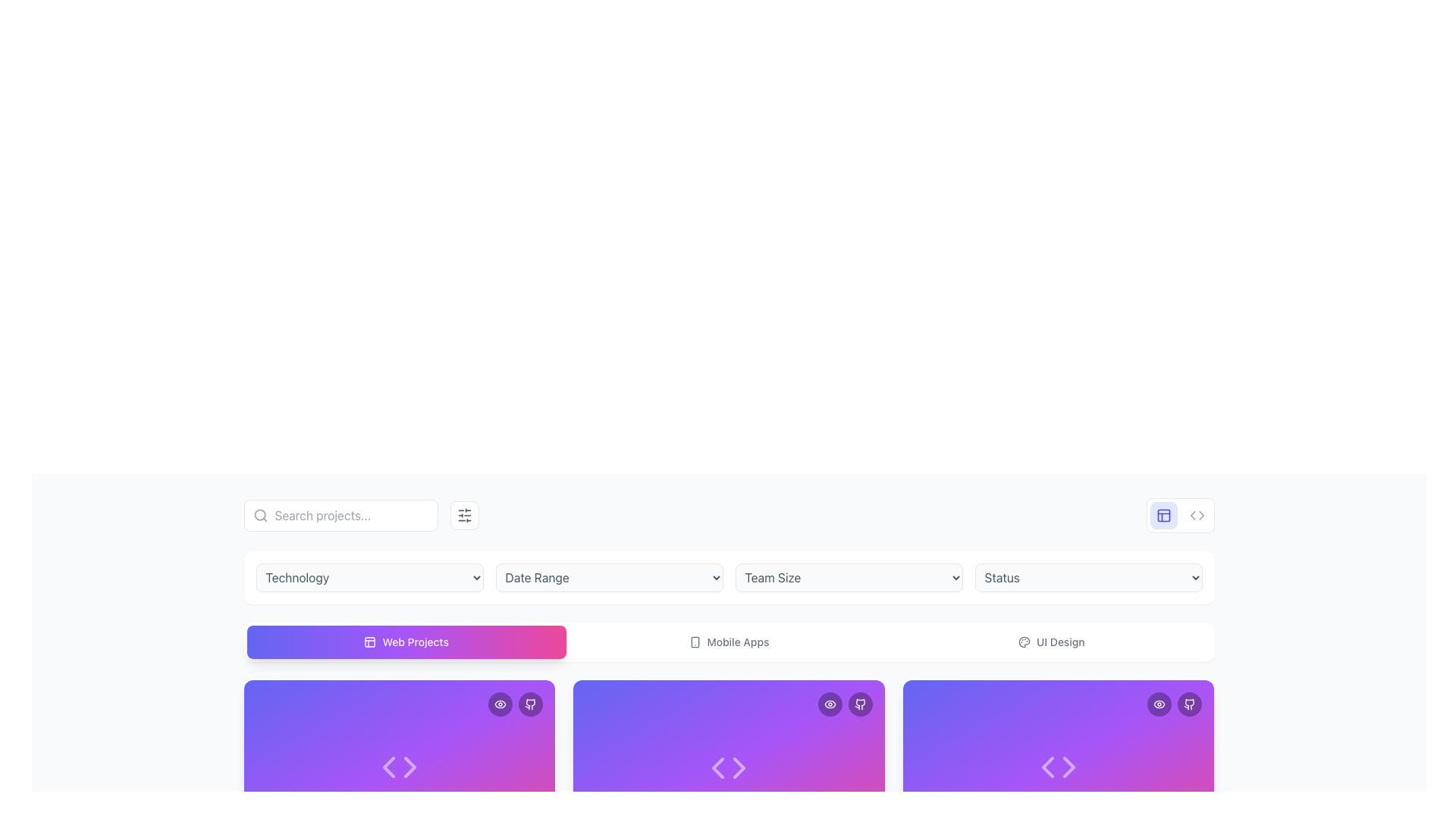 Image resolution: width=1456 pixels, height=819 pixels. Describe the element at coordinates (609, 578) in the screenshot. I see `the 'Date Range' dropdown menu` at that location.